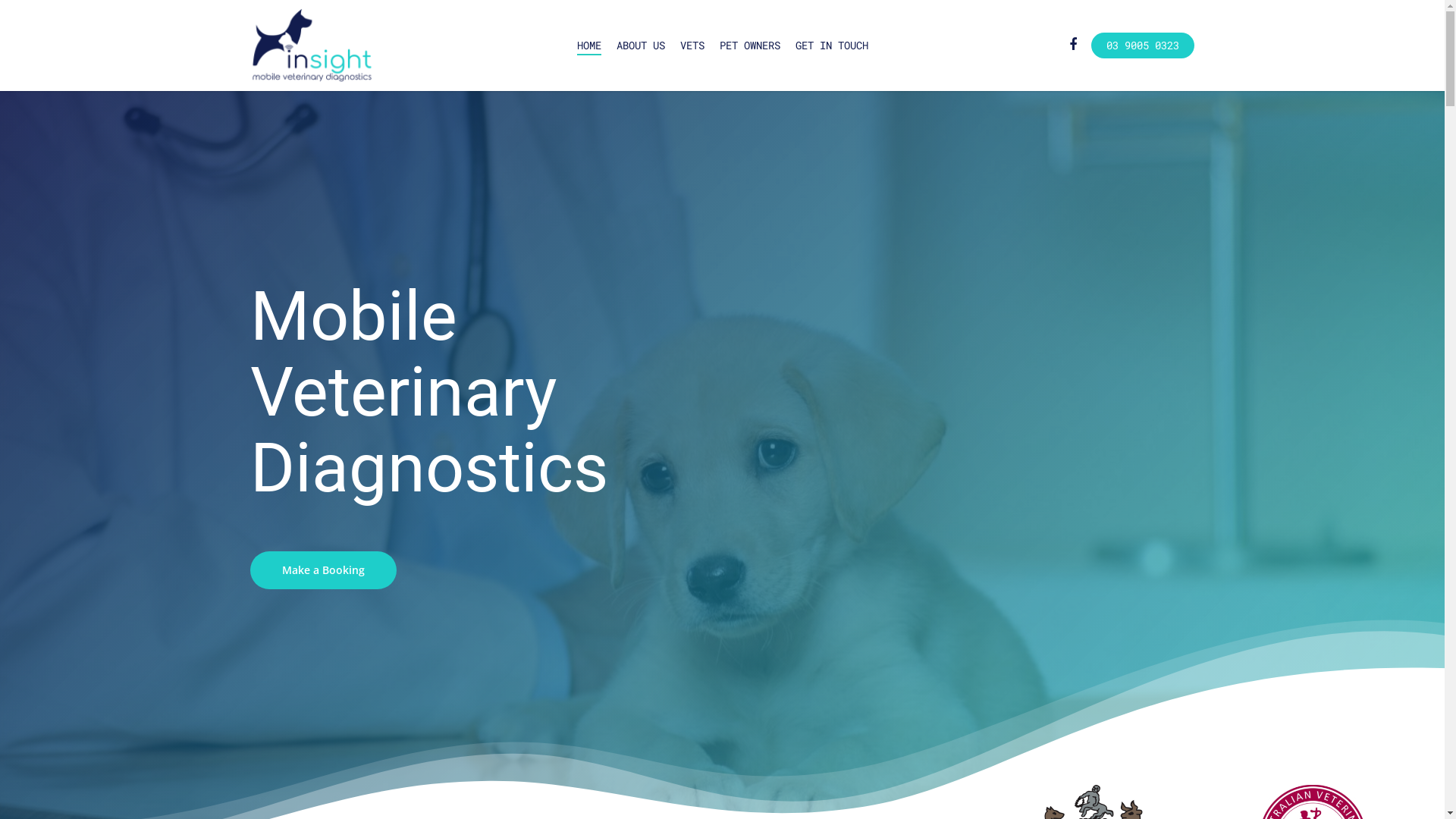 This screenshot has width=1456, height=819. I want to click on 'HOME', so click(588, 45).